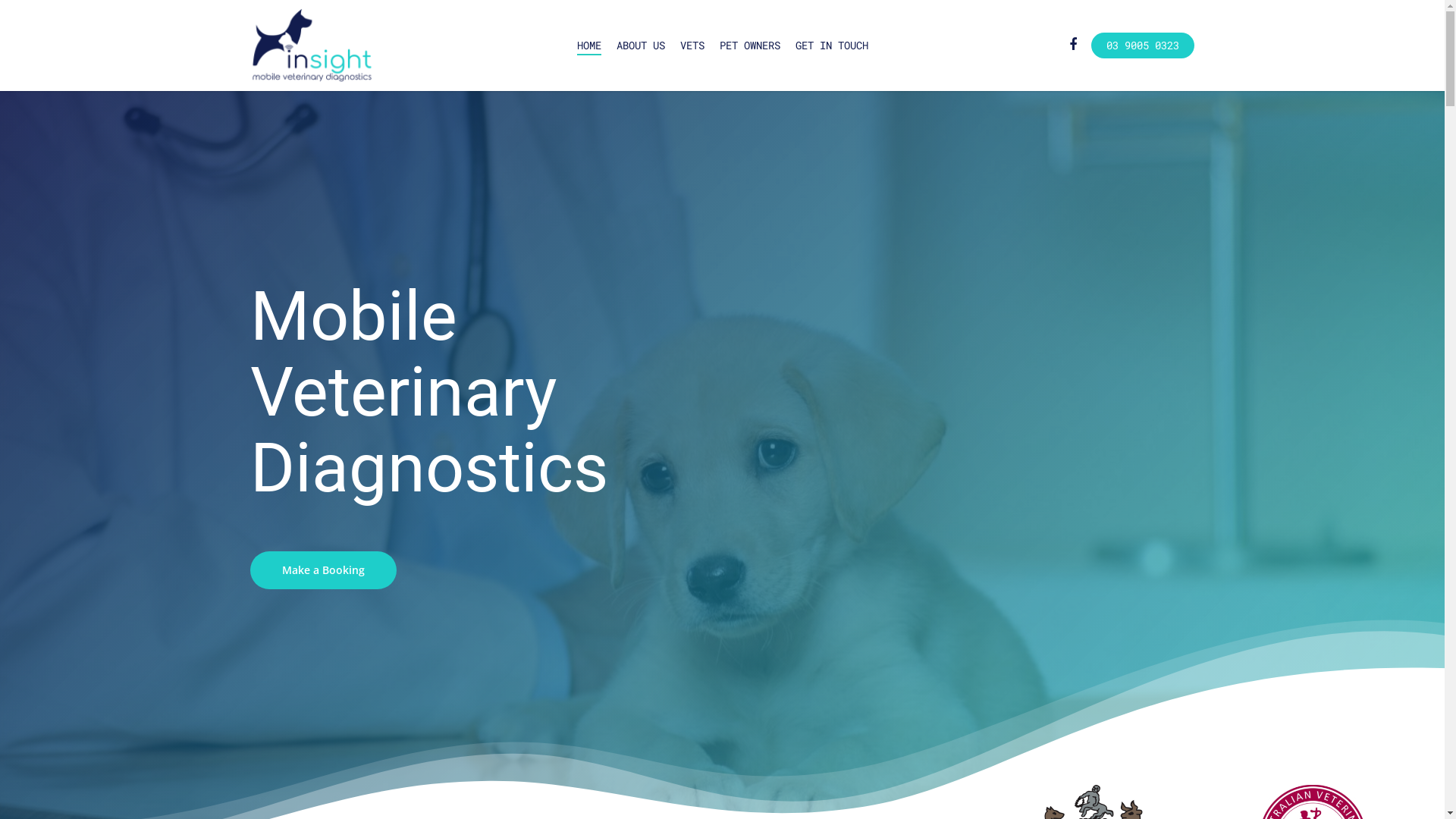 This screenshot has width=1456, height=819. I want to click on 'HOME', so click(588, 45).